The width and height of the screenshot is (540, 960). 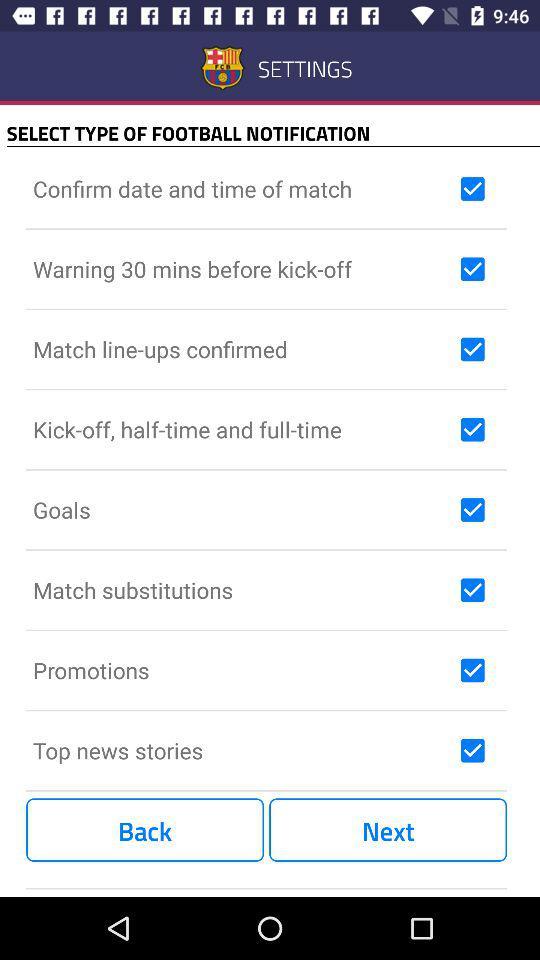 I want to click on the item next to back item, so click(x=388, y=830).